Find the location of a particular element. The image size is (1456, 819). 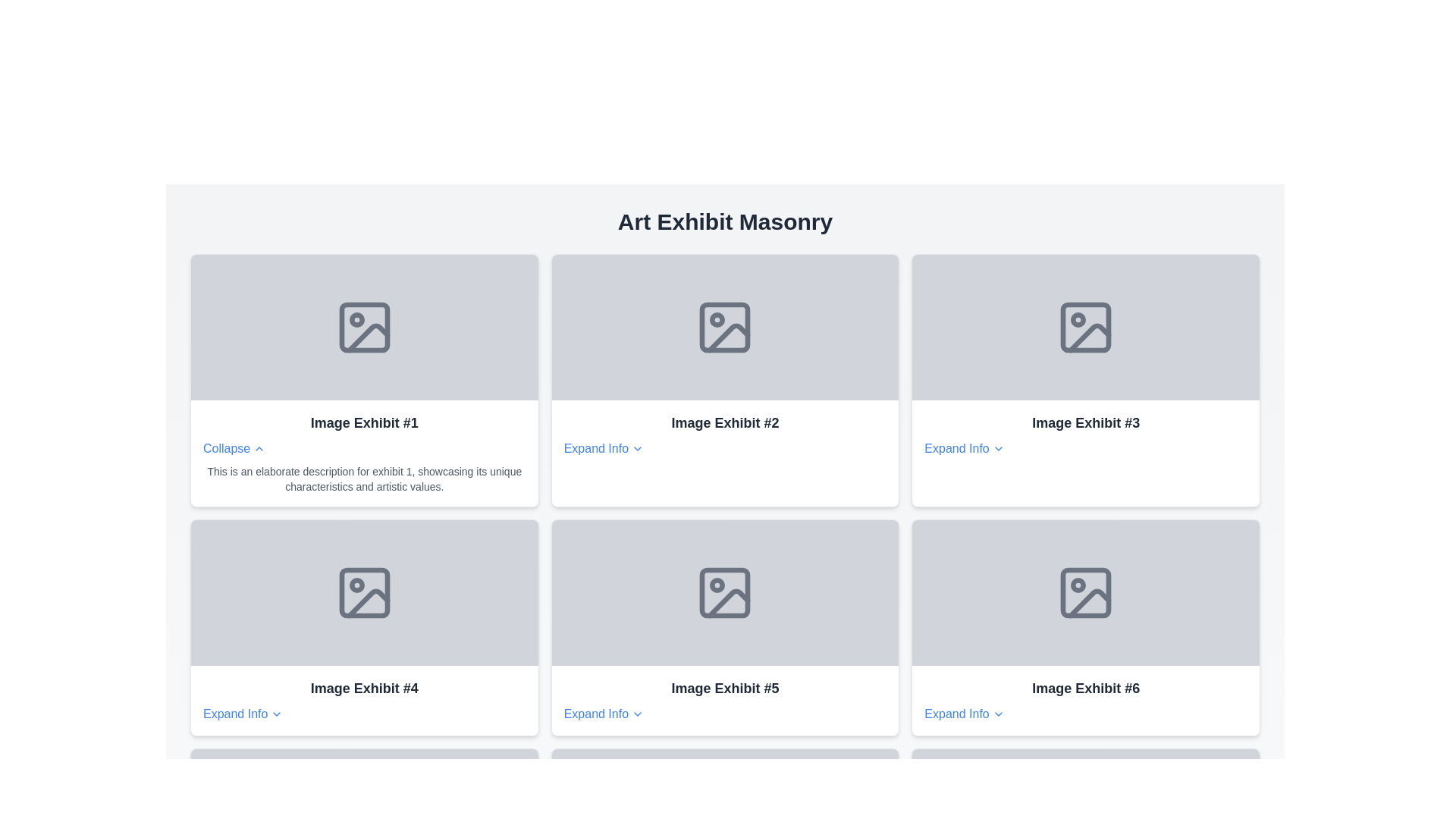

the chevron down SVG icon indicating the expandable functionality of the 'Expand Info' link associated with 'Image Exhibit #2' is located at coordinates (638, 447).